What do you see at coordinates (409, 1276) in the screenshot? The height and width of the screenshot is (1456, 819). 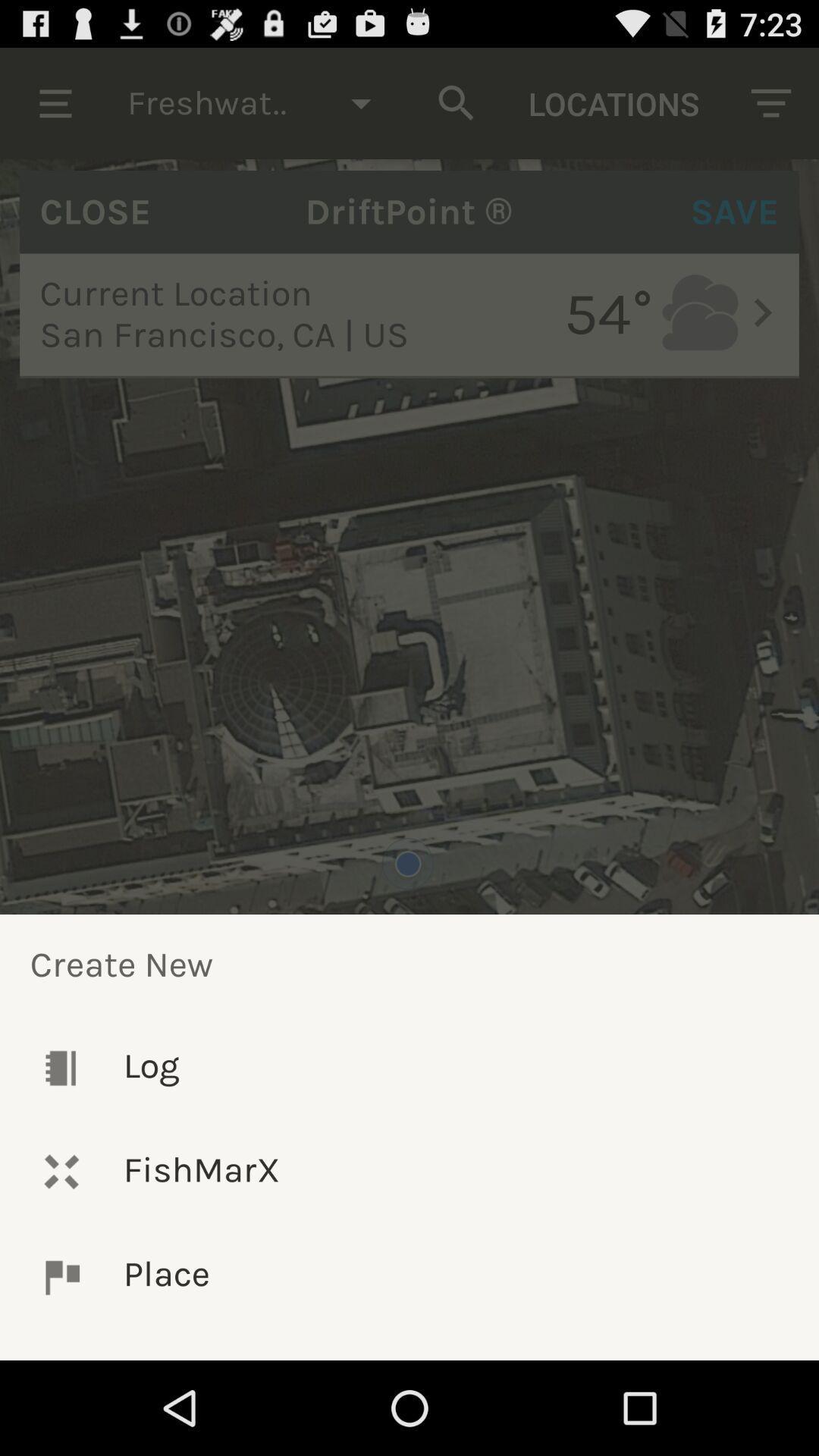 I see `the place item` at bounding box center [409, 1276].